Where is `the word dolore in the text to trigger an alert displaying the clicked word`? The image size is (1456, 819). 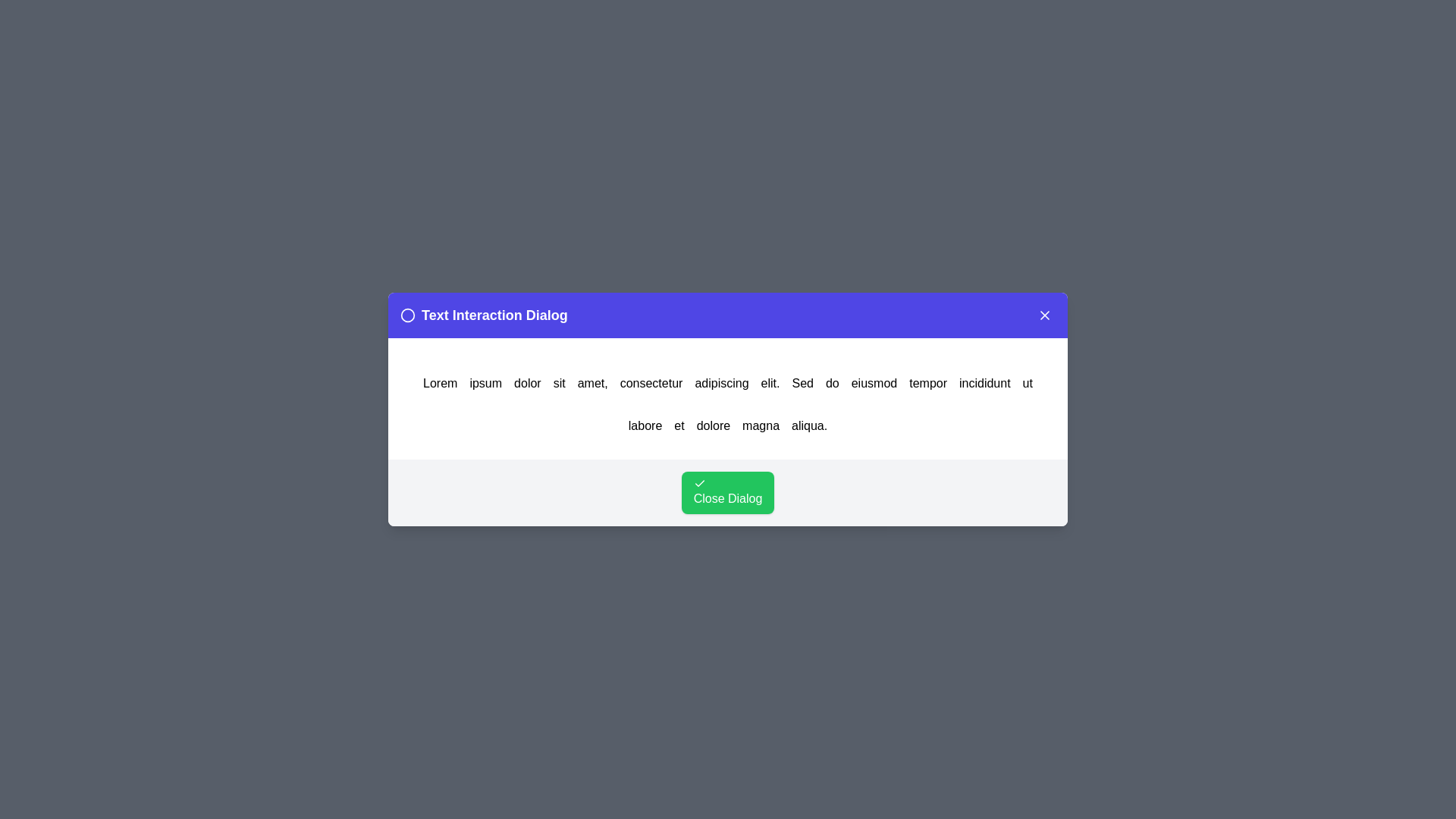 the word dolore in the text to trigger an alert displaying the clicked word is located at coordinates (712, 426).